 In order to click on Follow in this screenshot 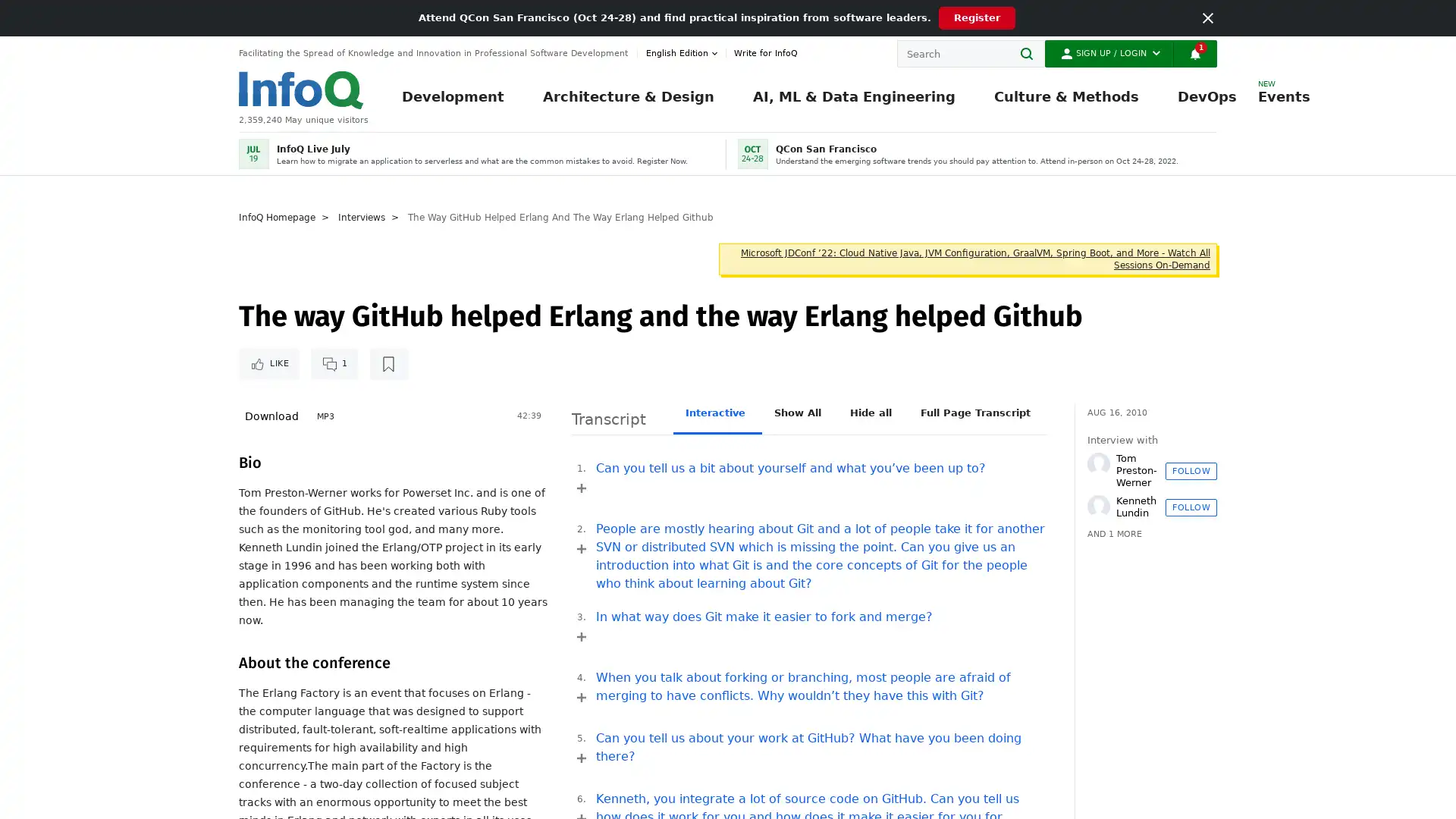, I will do `click(1190, 469)`.